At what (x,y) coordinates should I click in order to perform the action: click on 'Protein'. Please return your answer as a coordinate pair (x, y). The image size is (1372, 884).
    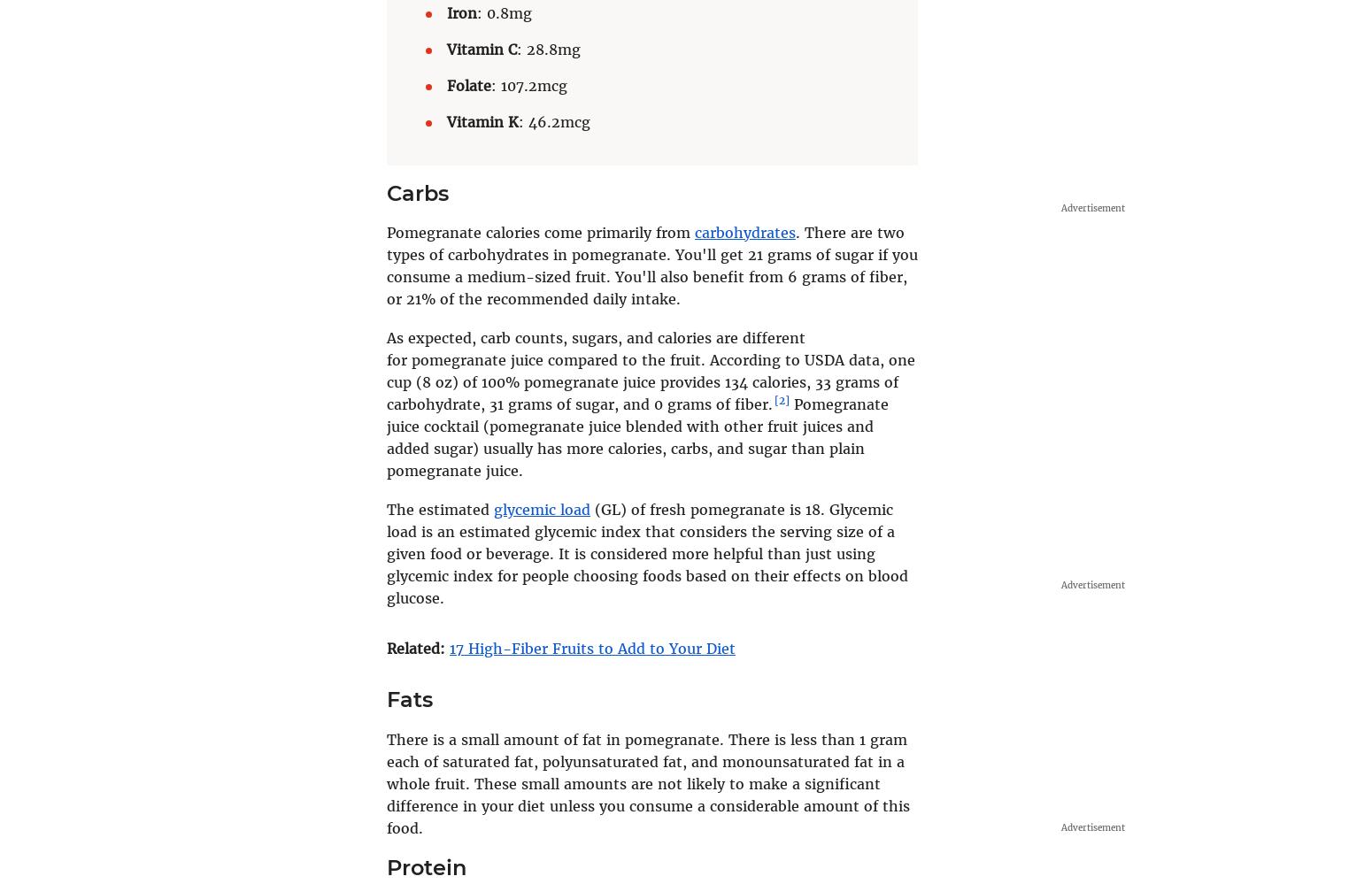
    Looking at the image, I should click on (426, 865).